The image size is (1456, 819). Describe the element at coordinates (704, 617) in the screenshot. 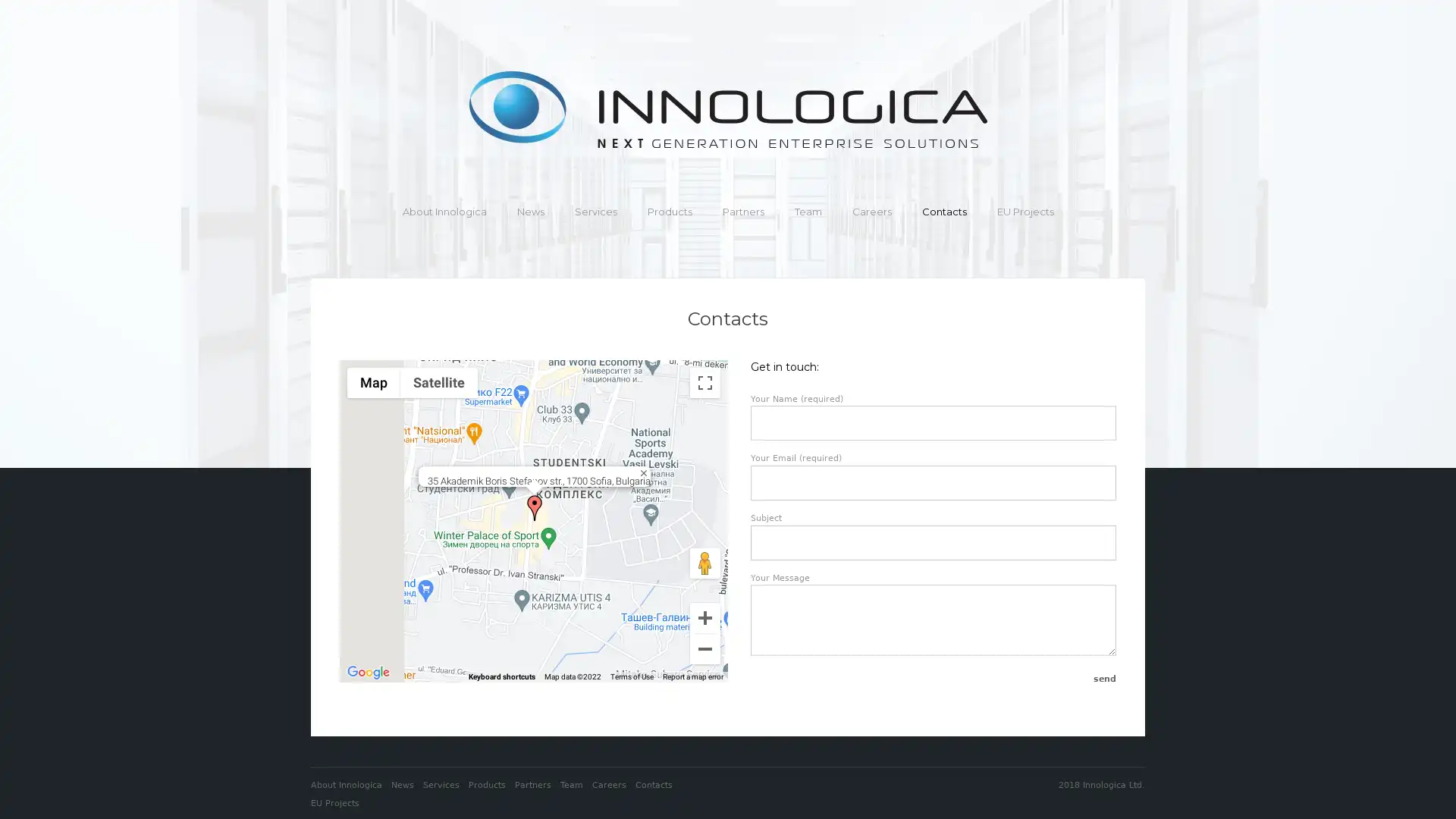

I see `Zoom in` at that location.